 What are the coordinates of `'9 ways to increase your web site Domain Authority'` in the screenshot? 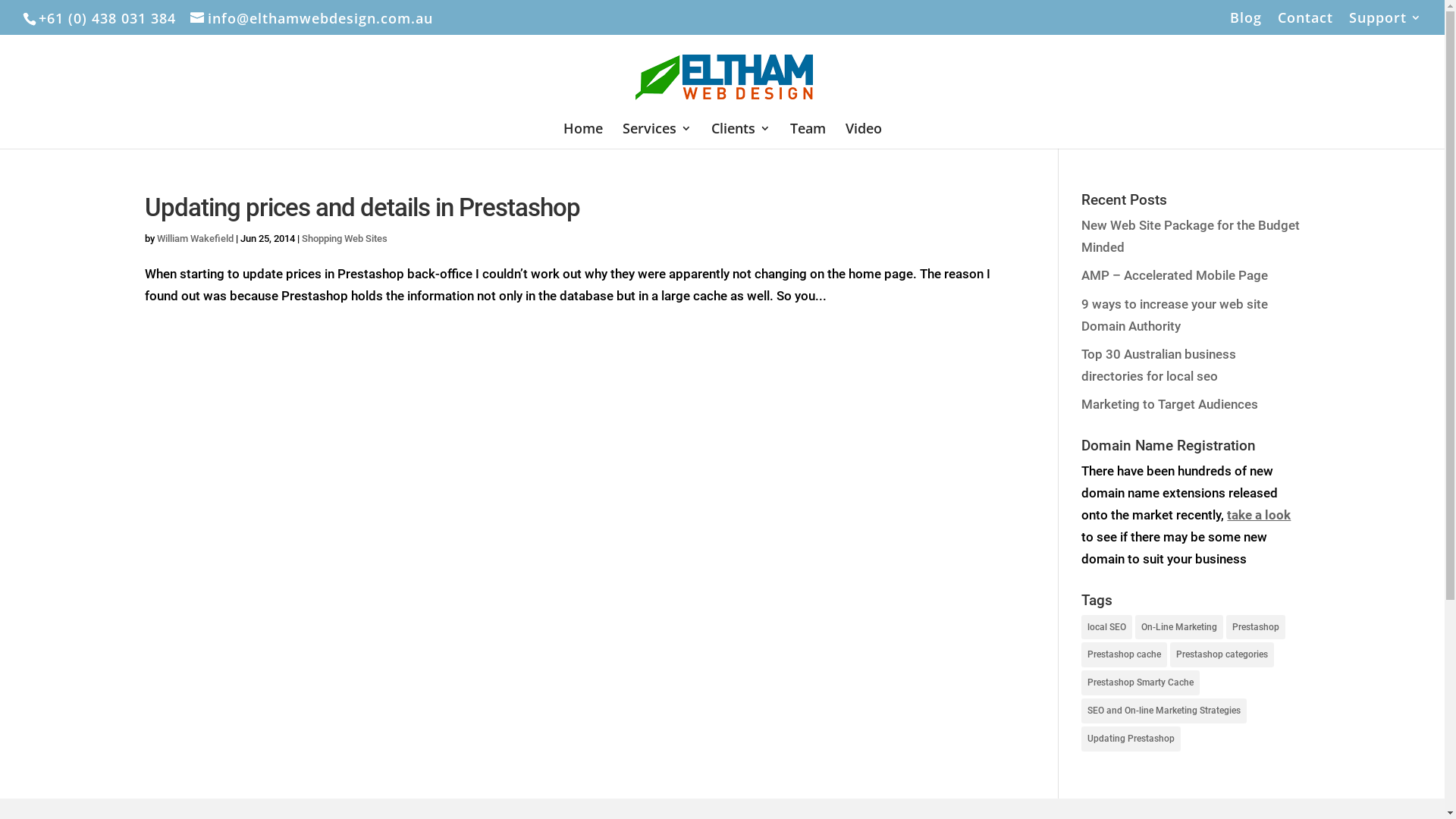 It's located at (1174, 314).